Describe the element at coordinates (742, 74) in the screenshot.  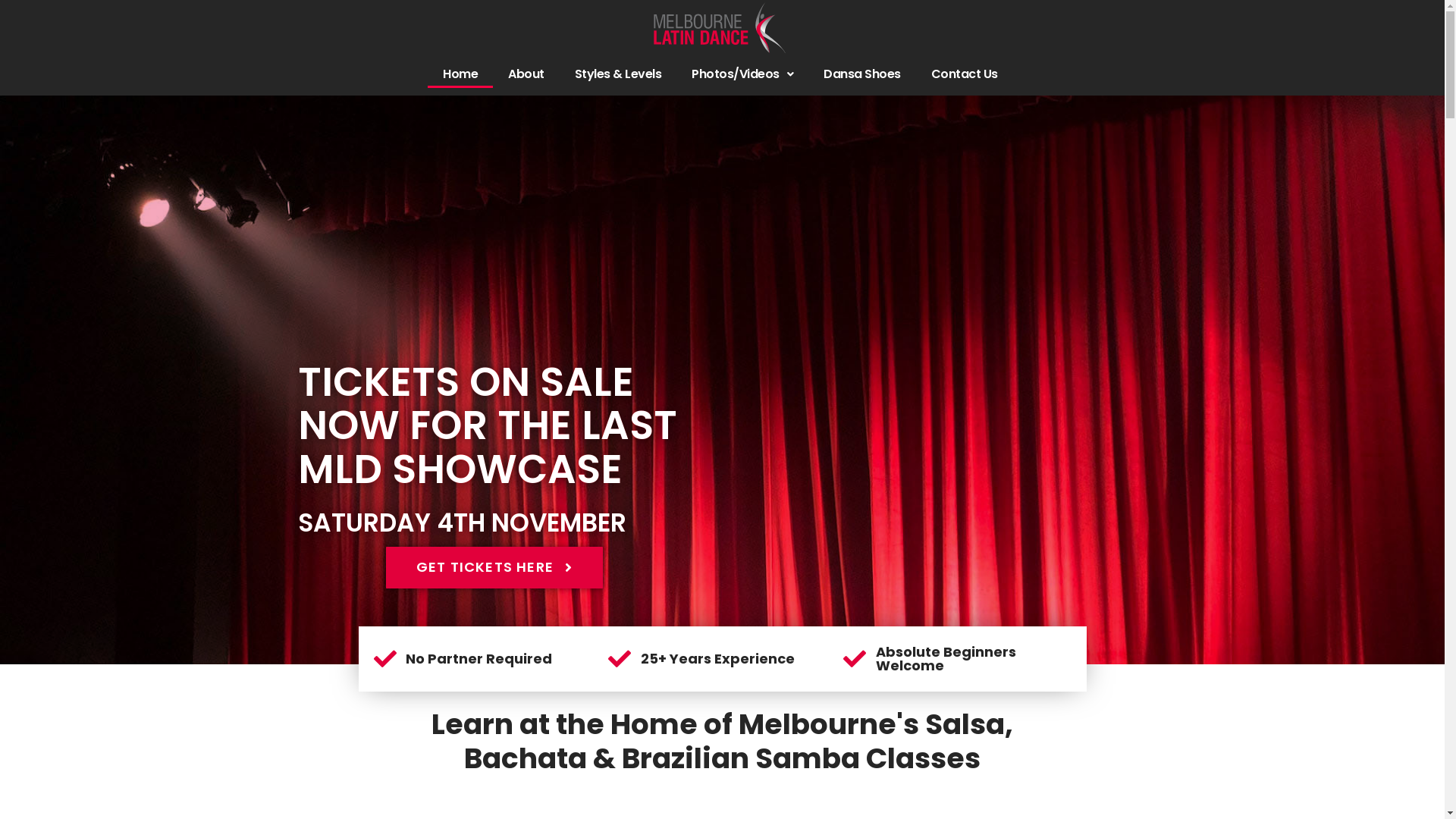
I see `'Photos/Videos'` at that location.